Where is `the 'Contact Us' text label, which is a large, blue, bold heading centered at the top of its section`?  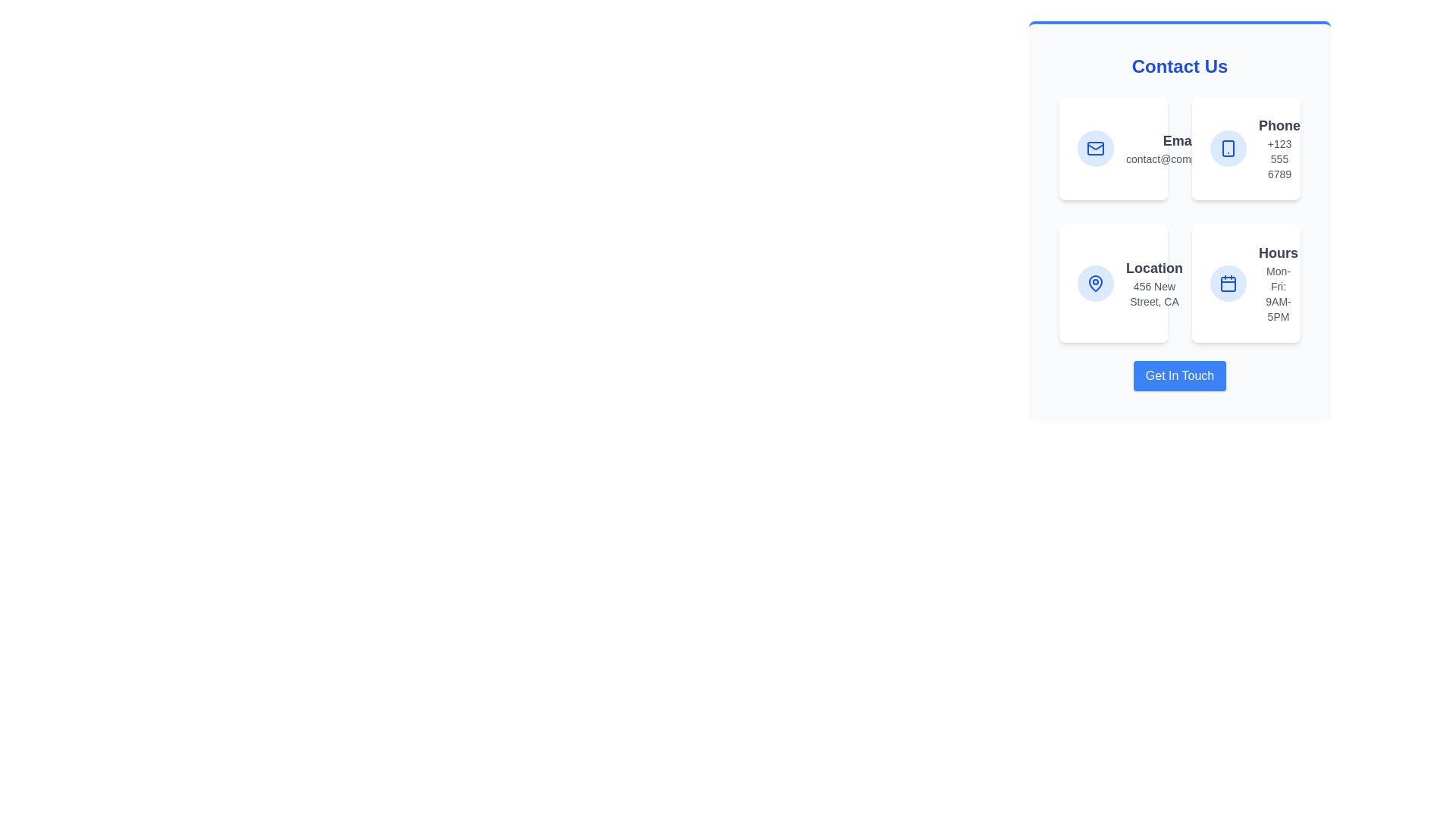
the 'Contact Us' text label, which is a large, blue, bold heading centered at the top of its section is located at coordinates (1178, 66).